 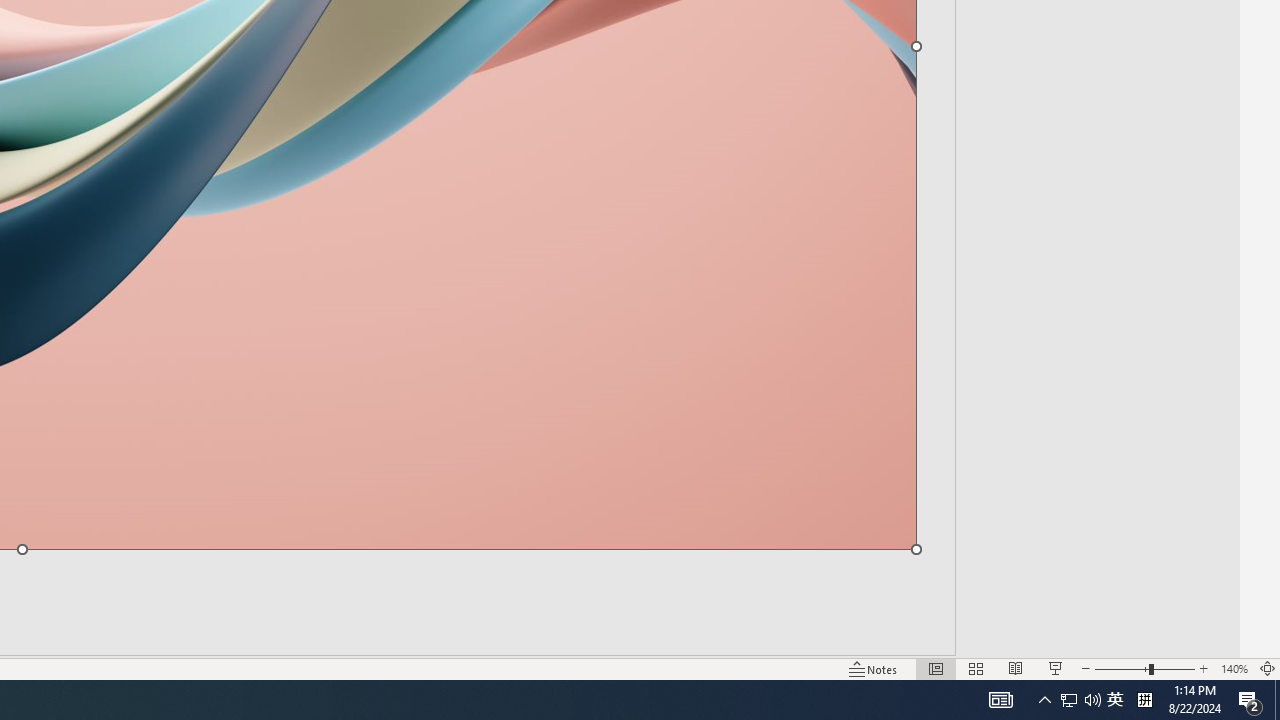 I want to click on 'Reading View', so click(x=1015, y=669).